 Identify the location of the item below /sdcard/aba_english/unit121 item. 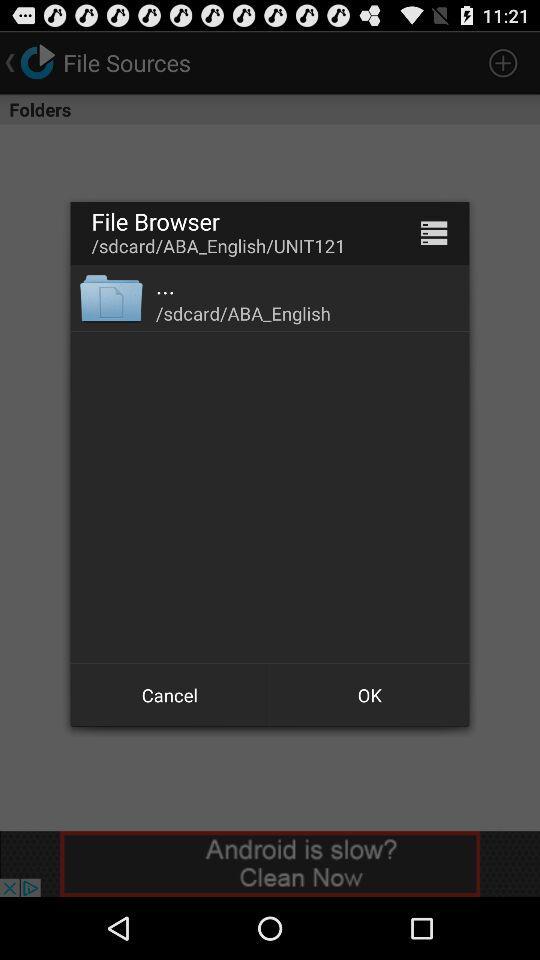
(164, 284).